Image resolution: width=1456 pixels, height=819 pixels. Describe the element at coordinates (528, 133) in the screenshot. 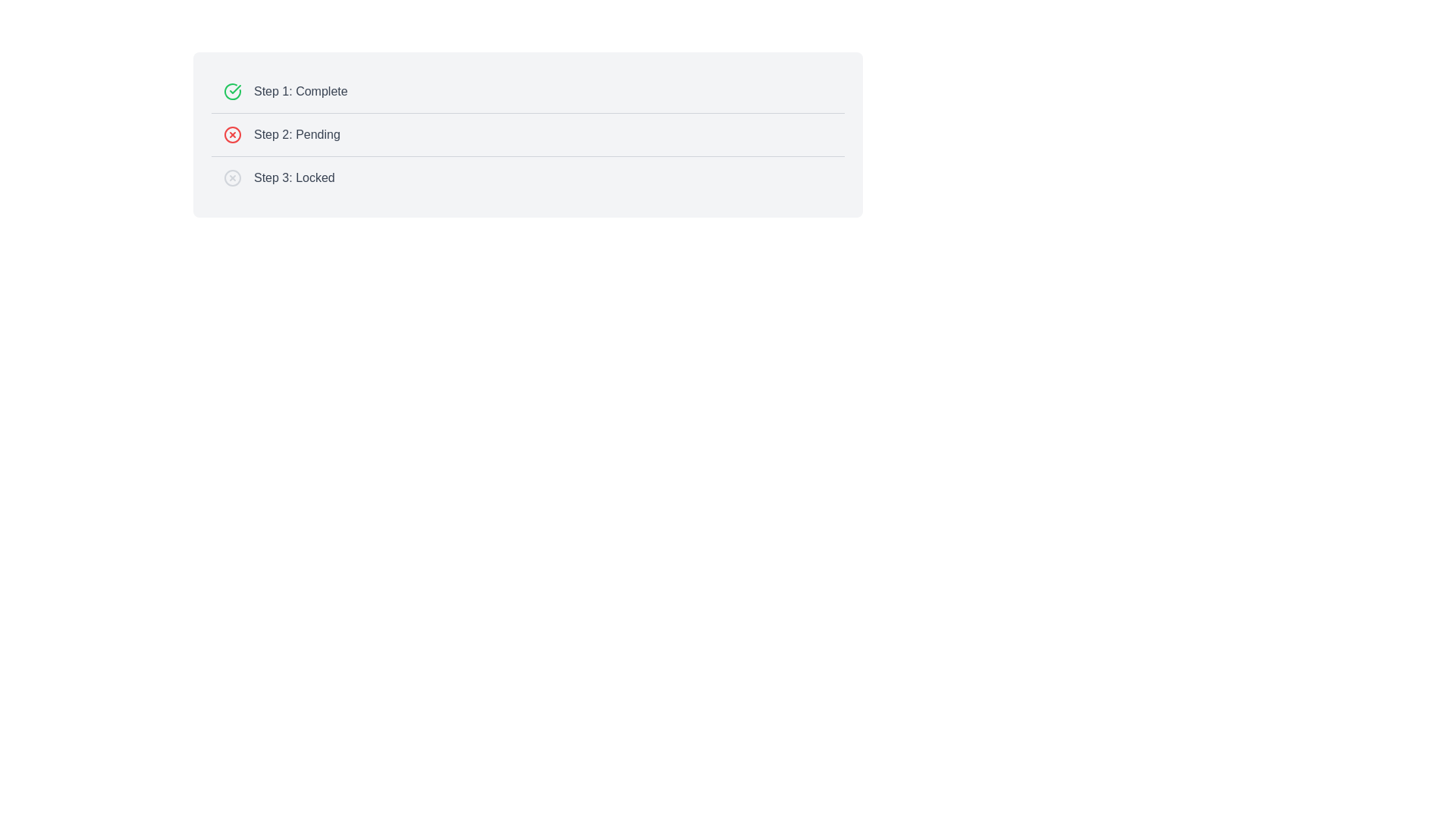

I see `the Progress tracker display element that shows the current state of a multi-step process, specifically targeting the second row labeled 'Step 2: Pending'` at that location.